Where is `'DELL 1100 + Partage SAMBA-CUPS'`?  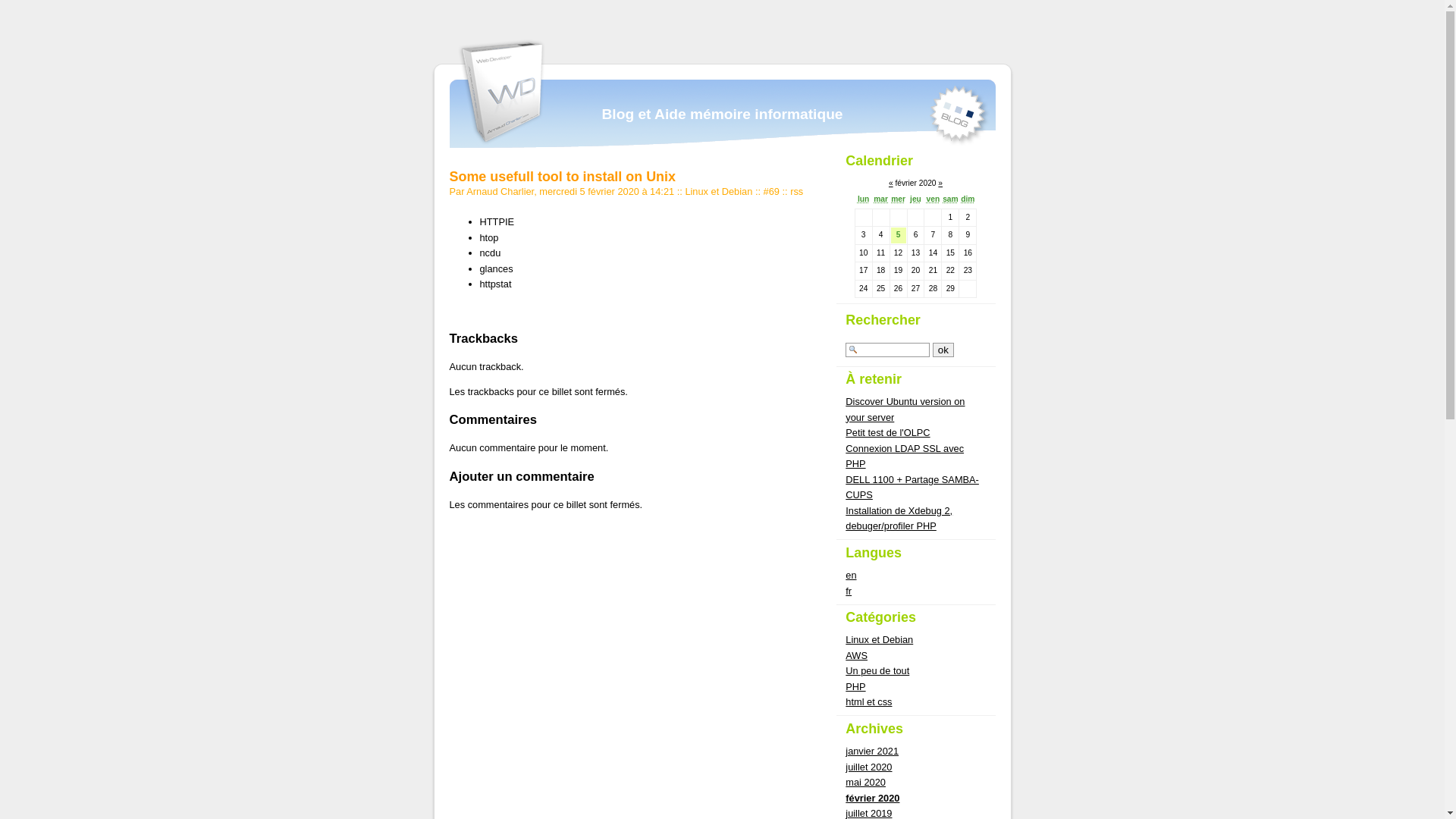 'DELL 1100 + Partage SAMBA-CUPS' is located at coordinates (844, 487).